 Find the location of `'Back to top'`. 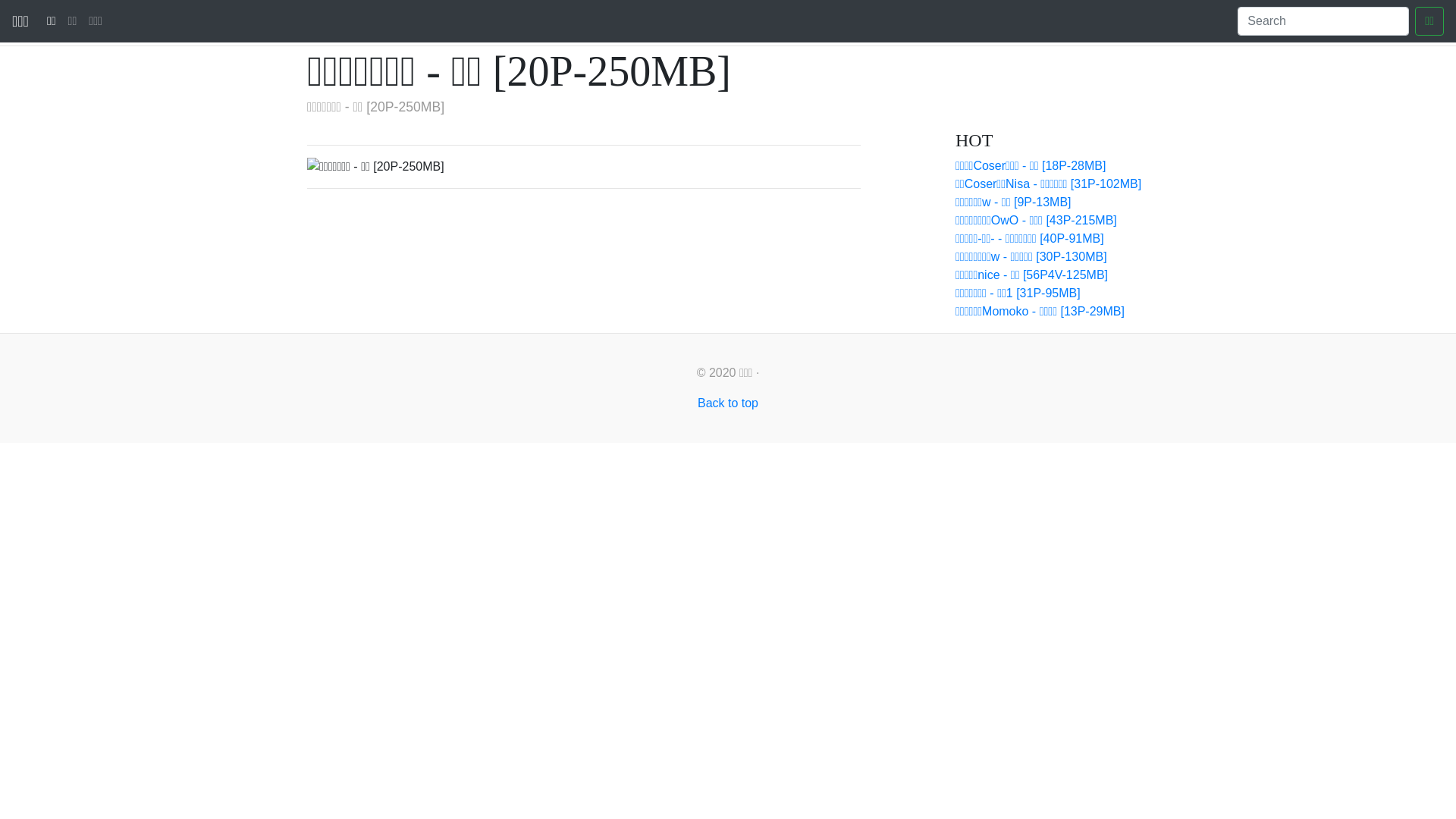

'Back to top' is located at coordinates (697, 402).